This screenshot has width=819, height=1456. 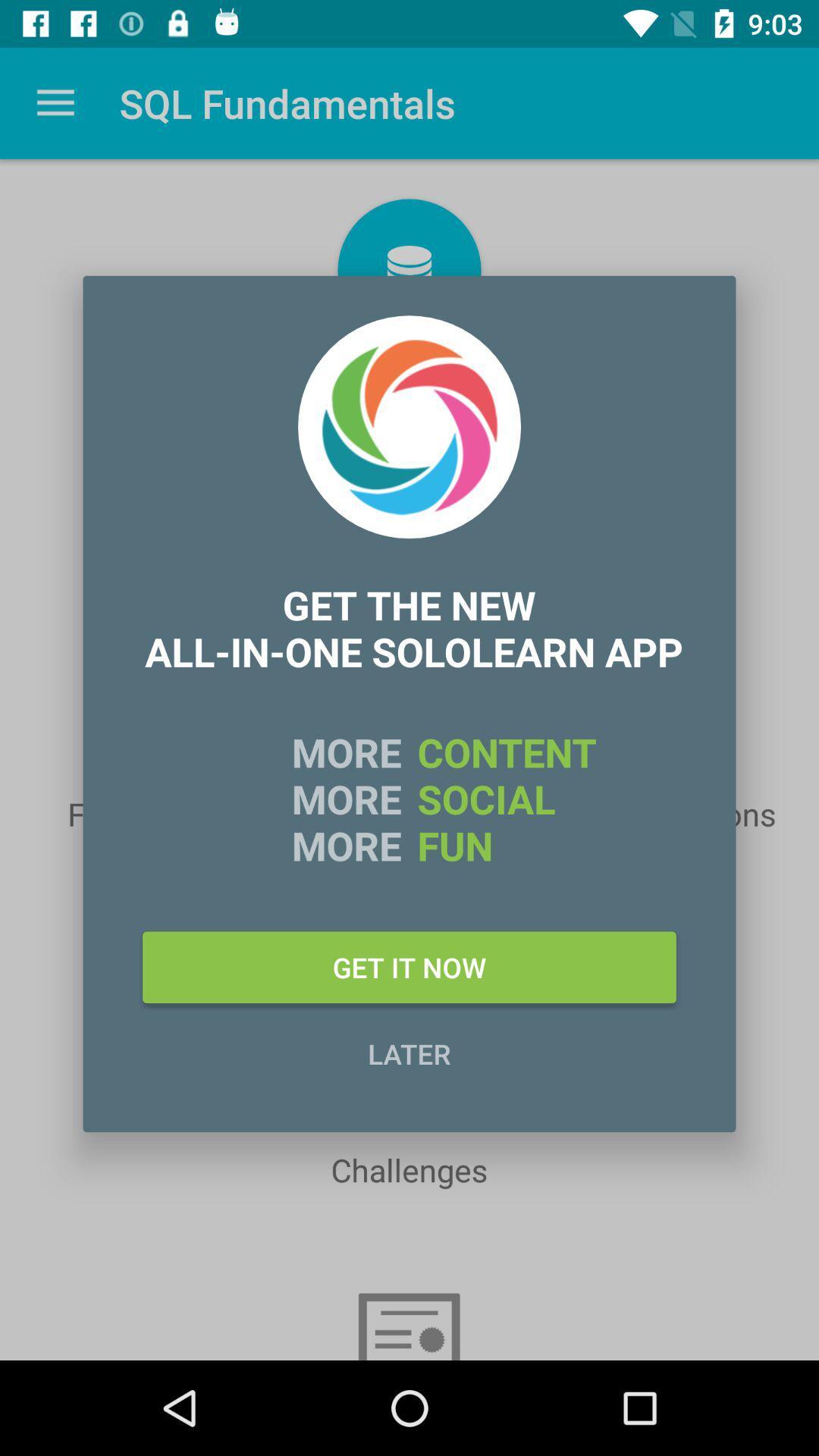 I want to click on the get it now item, so click(x=409, y=966).